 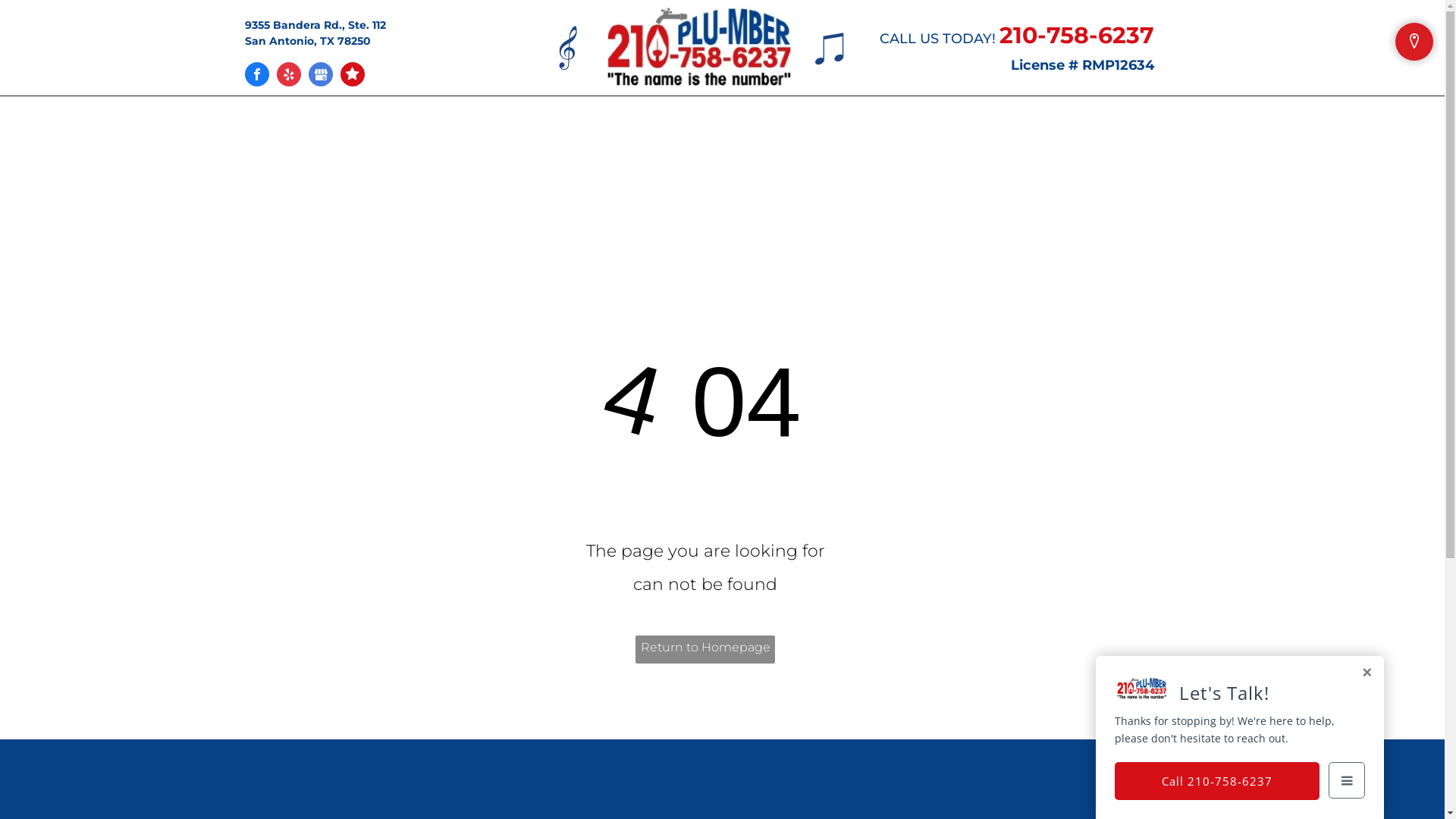 What do you see at coordinates (1076, 34) in the screenshot?
I see `'210-758-6237'` at bounding box center [1076, 34].